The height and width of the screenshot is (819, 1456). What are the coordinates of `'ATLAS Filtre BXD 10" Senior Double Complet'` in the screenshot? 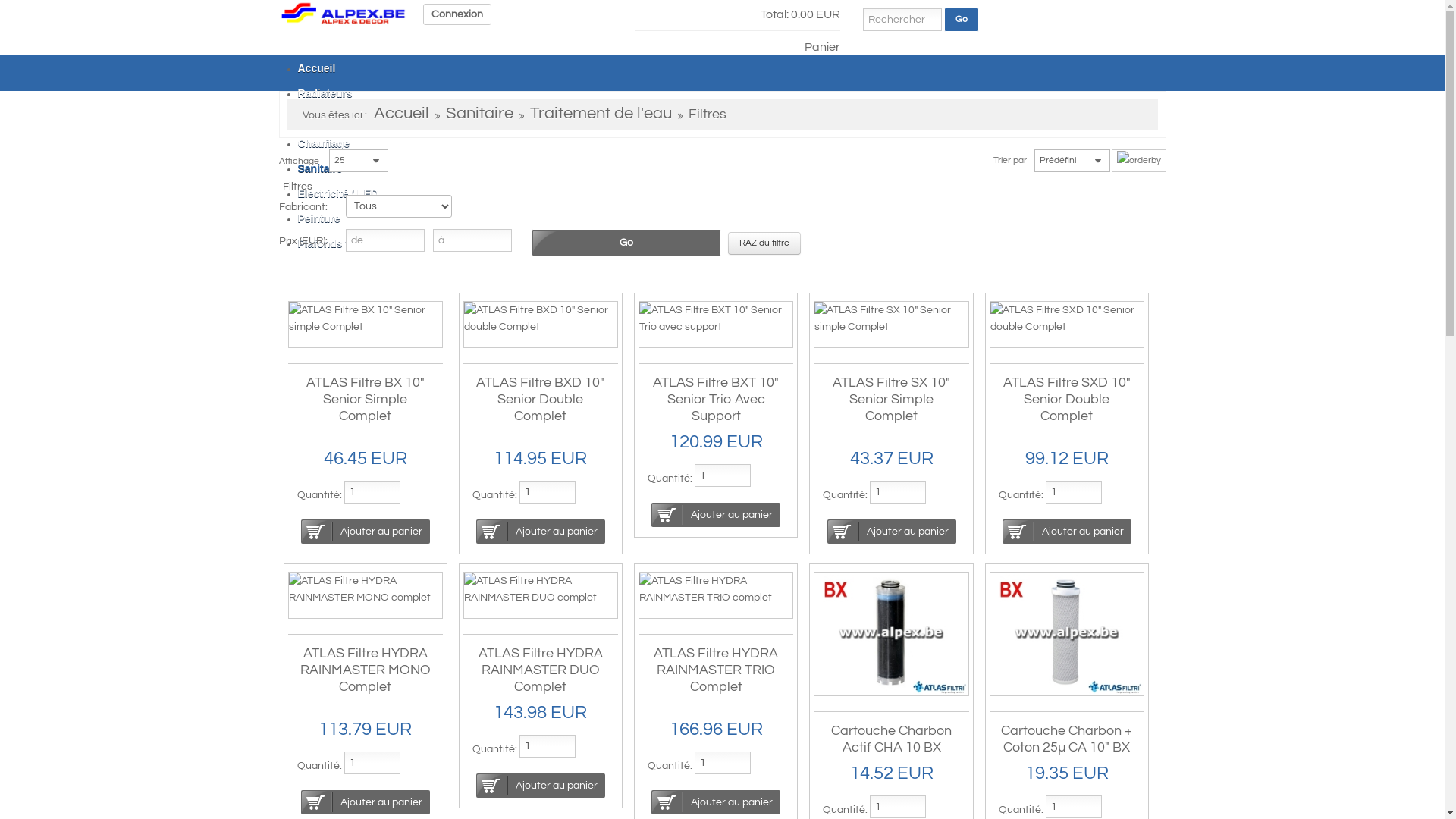 It's located at (540, 398).